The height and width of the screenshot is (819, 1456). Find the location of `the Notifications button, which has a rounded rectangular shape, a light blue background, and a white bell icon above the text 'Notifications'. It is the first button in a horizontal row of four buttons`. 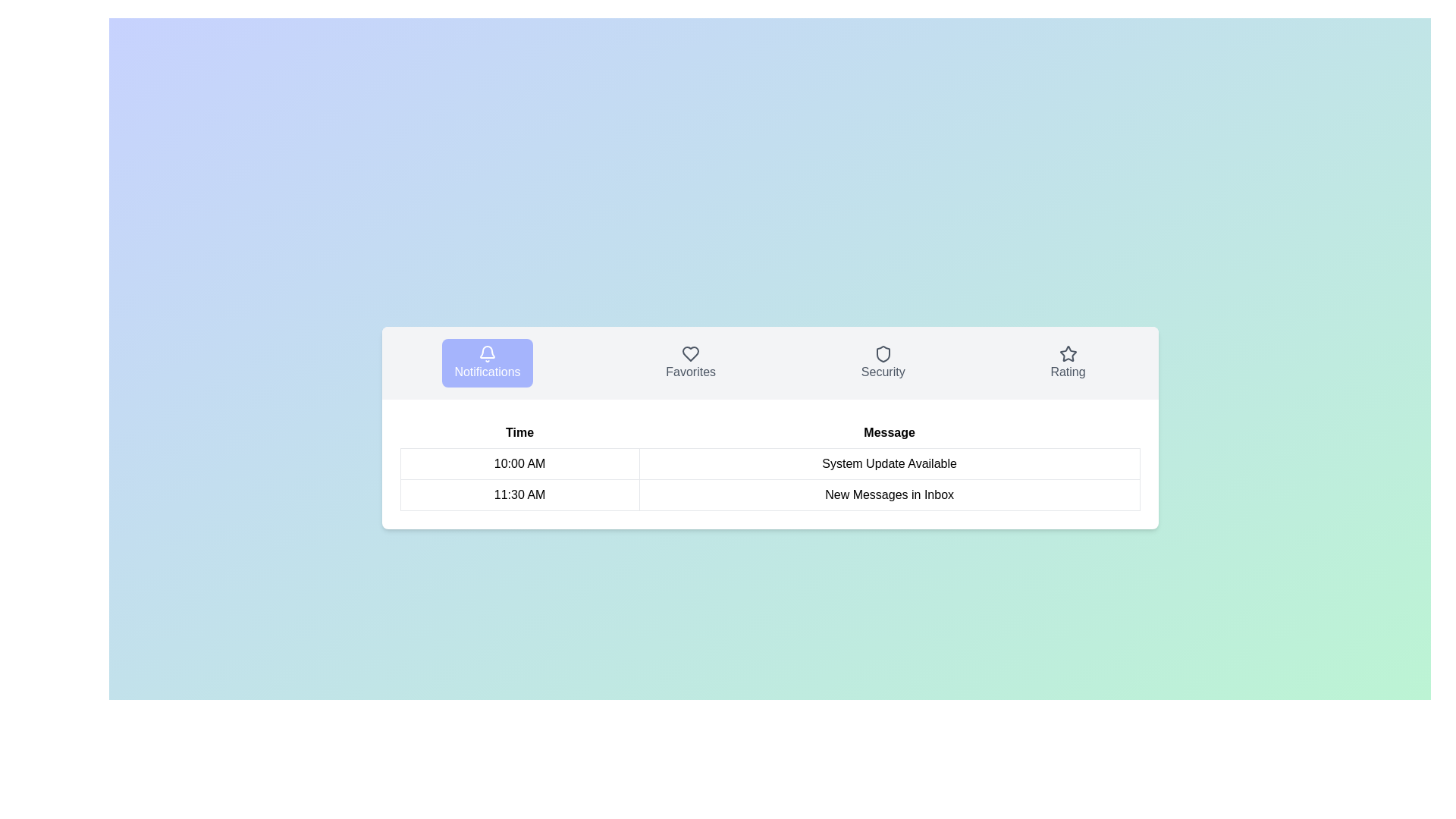

the Notifications button, which has a rounded rectangular shape, a light blue background, and a white bell icon above the text 'Notifications'. It is the first button in a horizontal row of four buttons is located at coordinates (488, 362).